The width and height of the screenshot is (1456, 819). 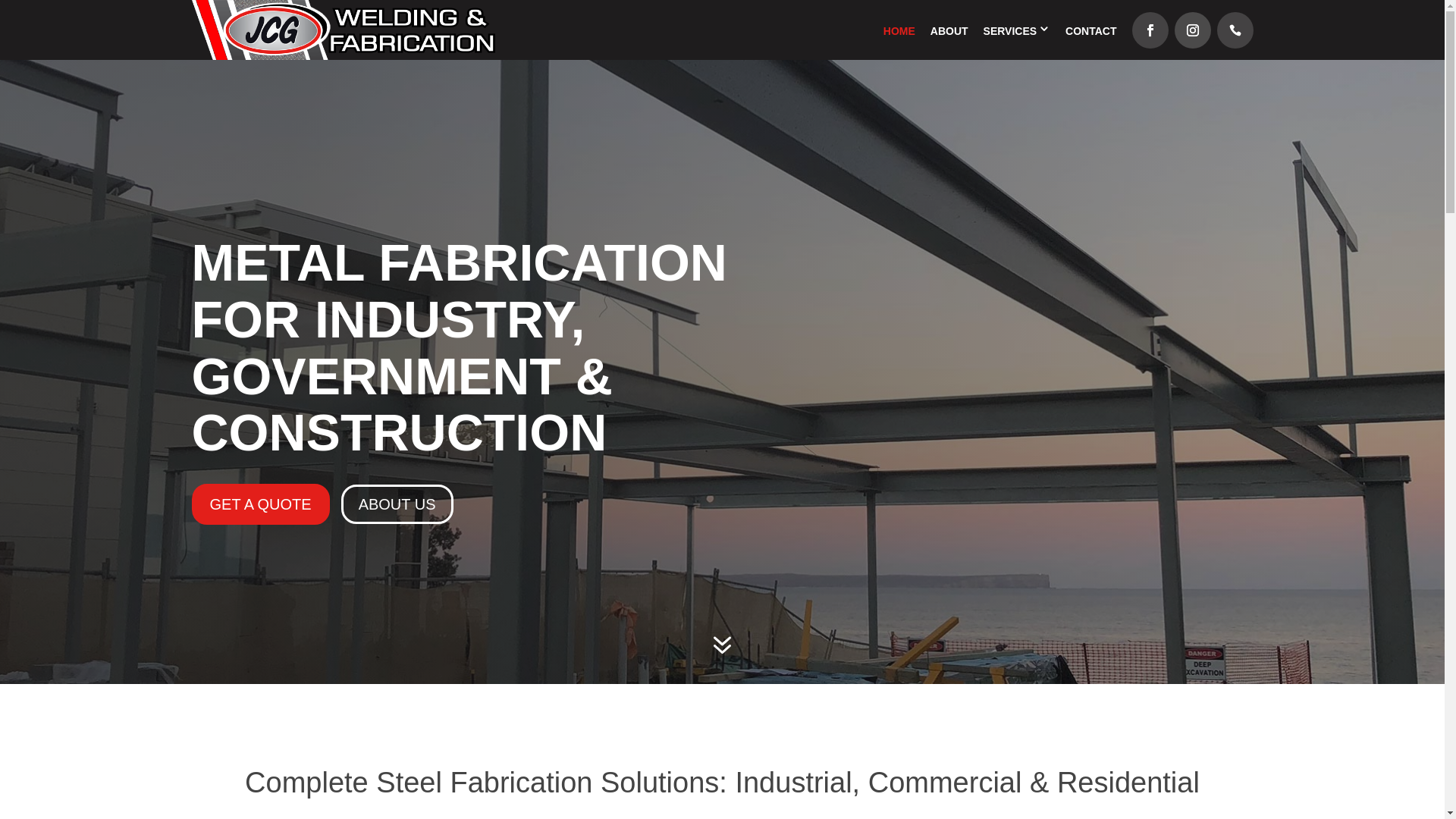 What do you see at coordinates (1191, 30) in the screenshot?
I see `'Follow on Instagram'` at bounding box center [1191, 30].